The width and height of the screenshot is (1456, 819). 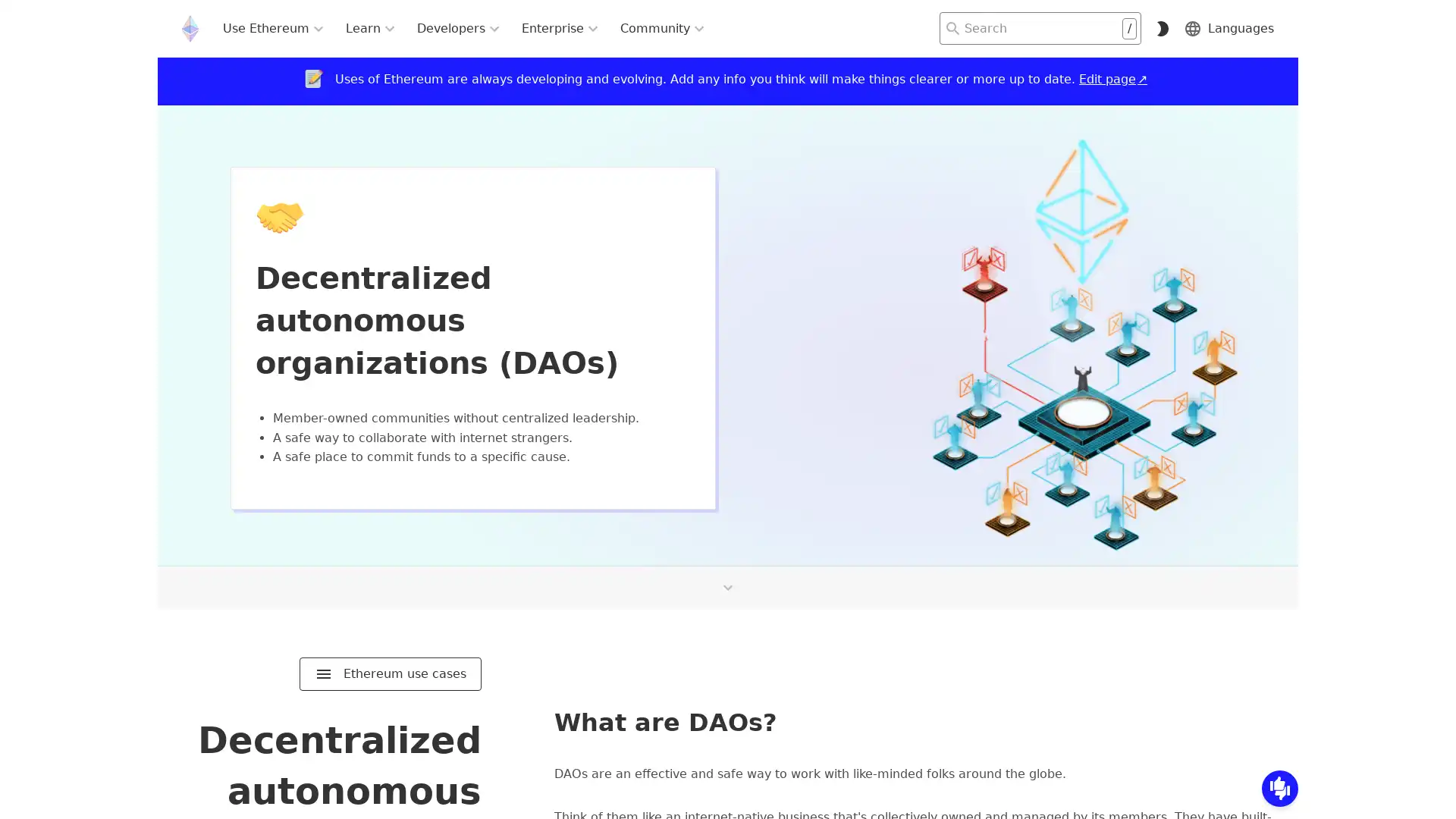 What do you see at coordinates (1161, 28) in the screenshot?
I see `Switch to Dark Theme` at bounding box center [1161, 28].